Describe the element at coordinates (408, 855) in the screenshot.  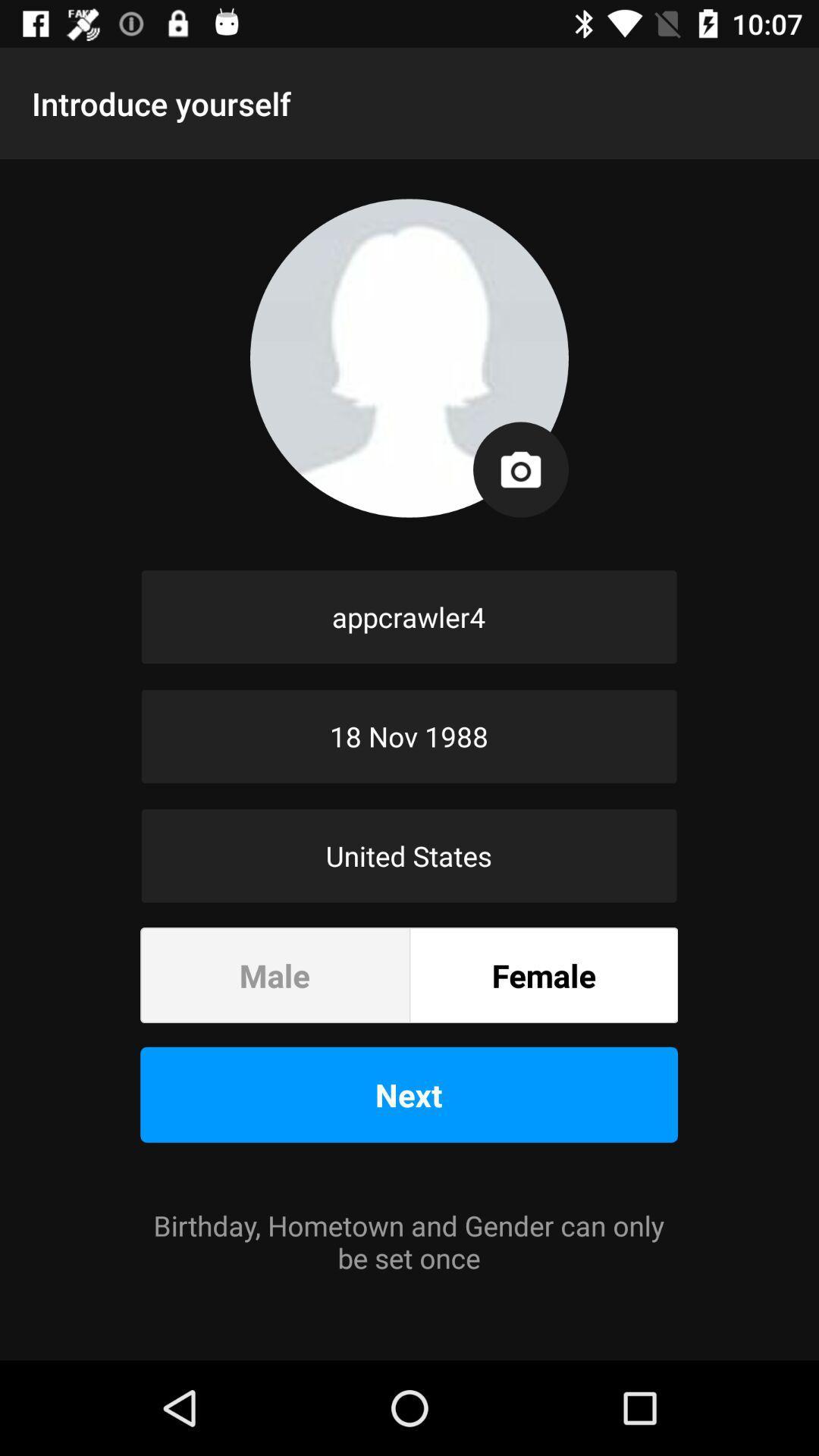
I see `item above the male icon` at that location.